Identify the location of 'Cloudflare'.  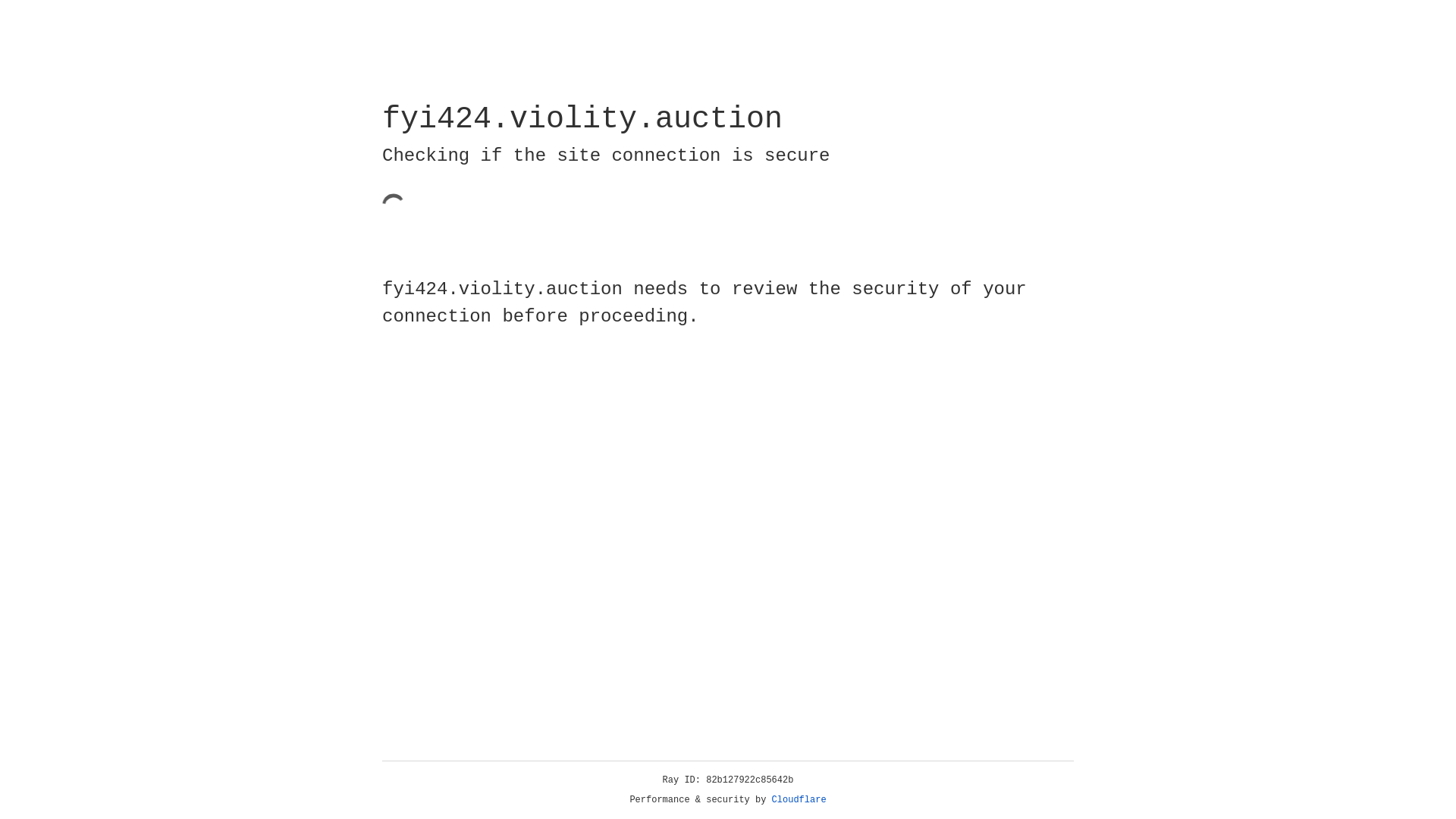
(799, 799).